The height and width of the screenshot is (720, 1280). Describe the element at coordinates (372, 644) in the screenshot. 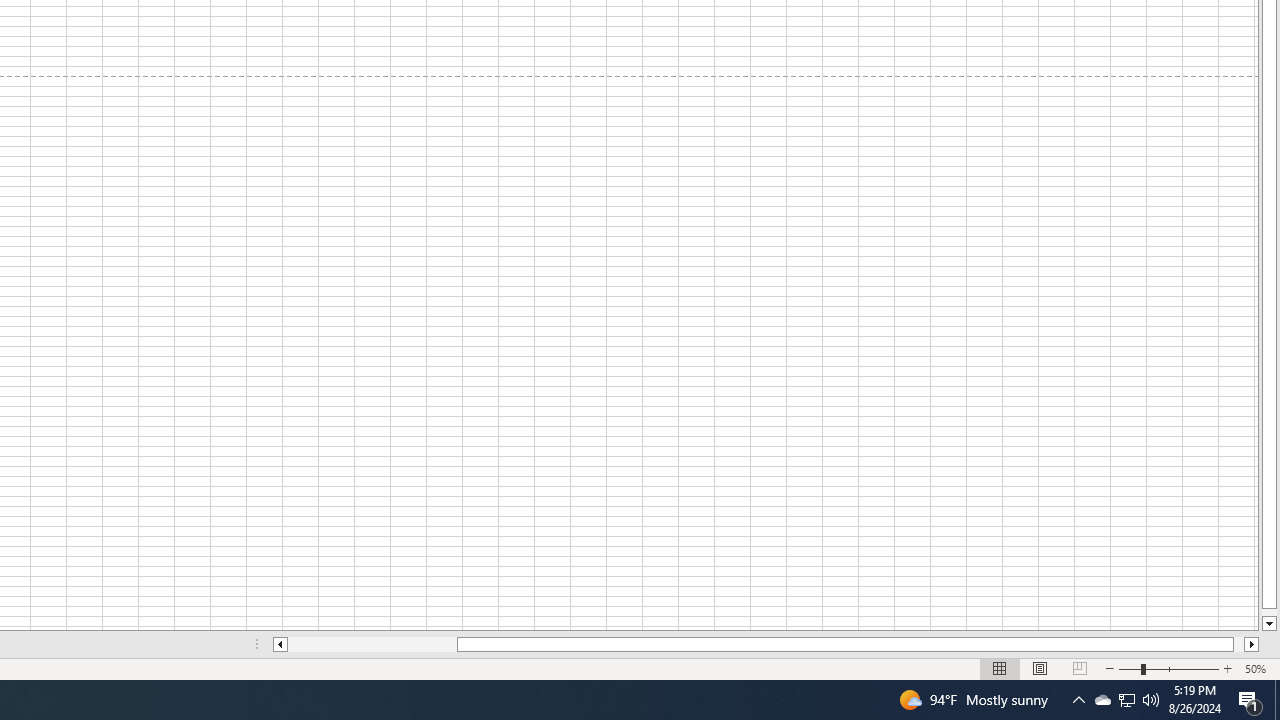

I see `'Page left'` at that location.